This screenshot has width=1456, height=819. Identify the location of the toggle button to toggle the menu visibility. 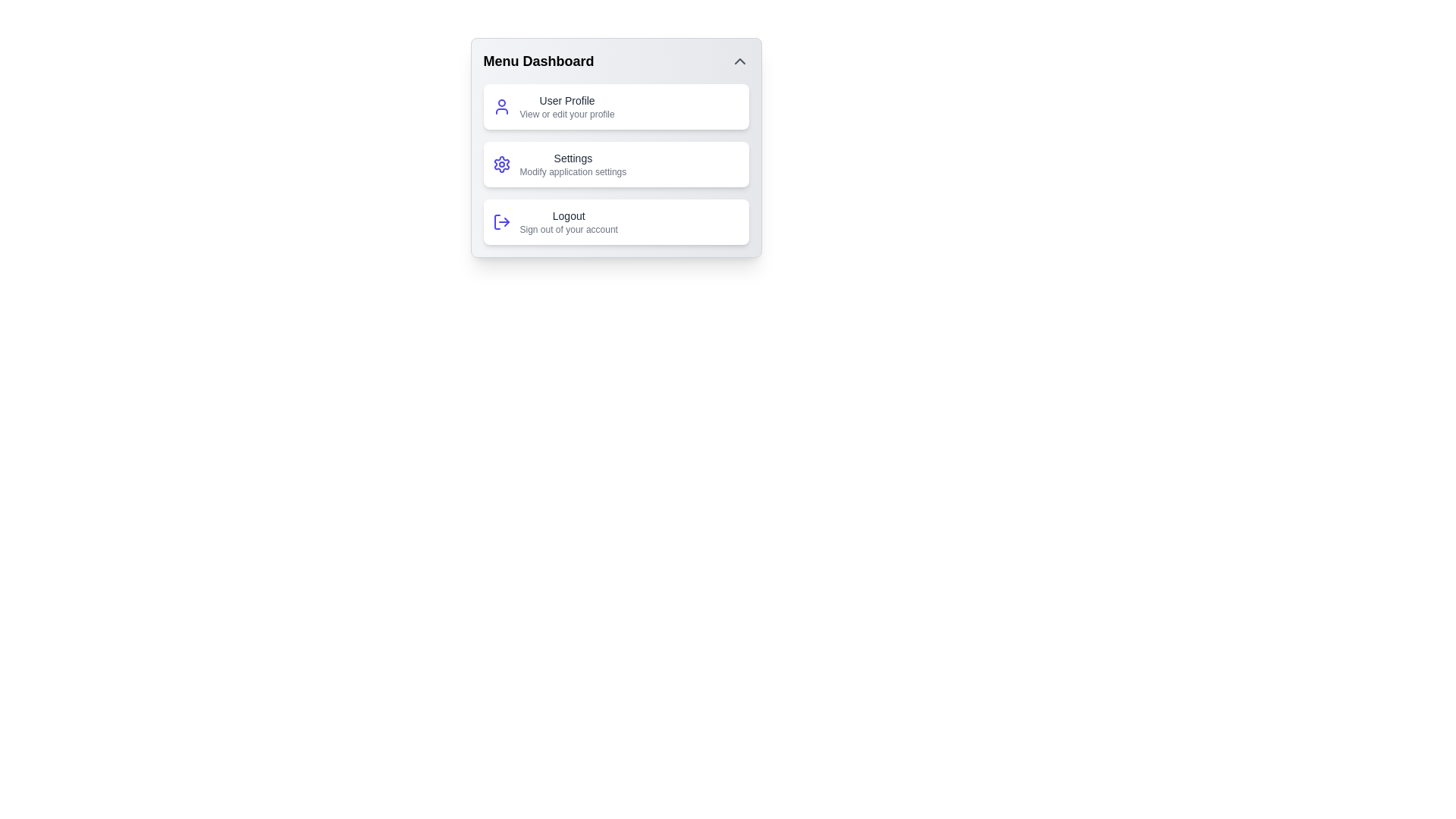
(739, 61).